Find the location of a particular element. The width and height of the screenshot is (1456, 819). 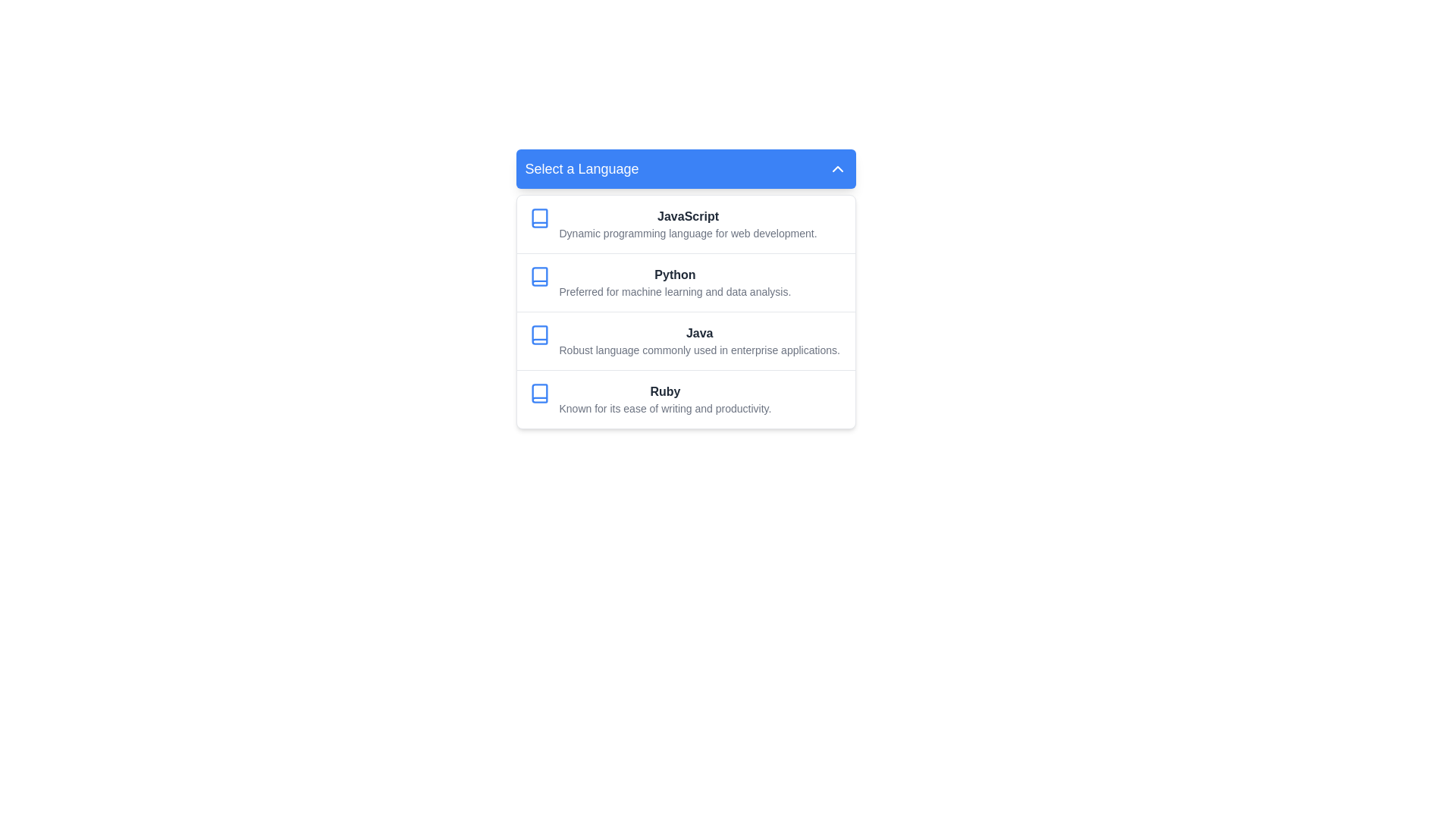

the third list item under the title 'Select a Language', which provides information about the 'Java' programming language is located at coordinates (685, 311).